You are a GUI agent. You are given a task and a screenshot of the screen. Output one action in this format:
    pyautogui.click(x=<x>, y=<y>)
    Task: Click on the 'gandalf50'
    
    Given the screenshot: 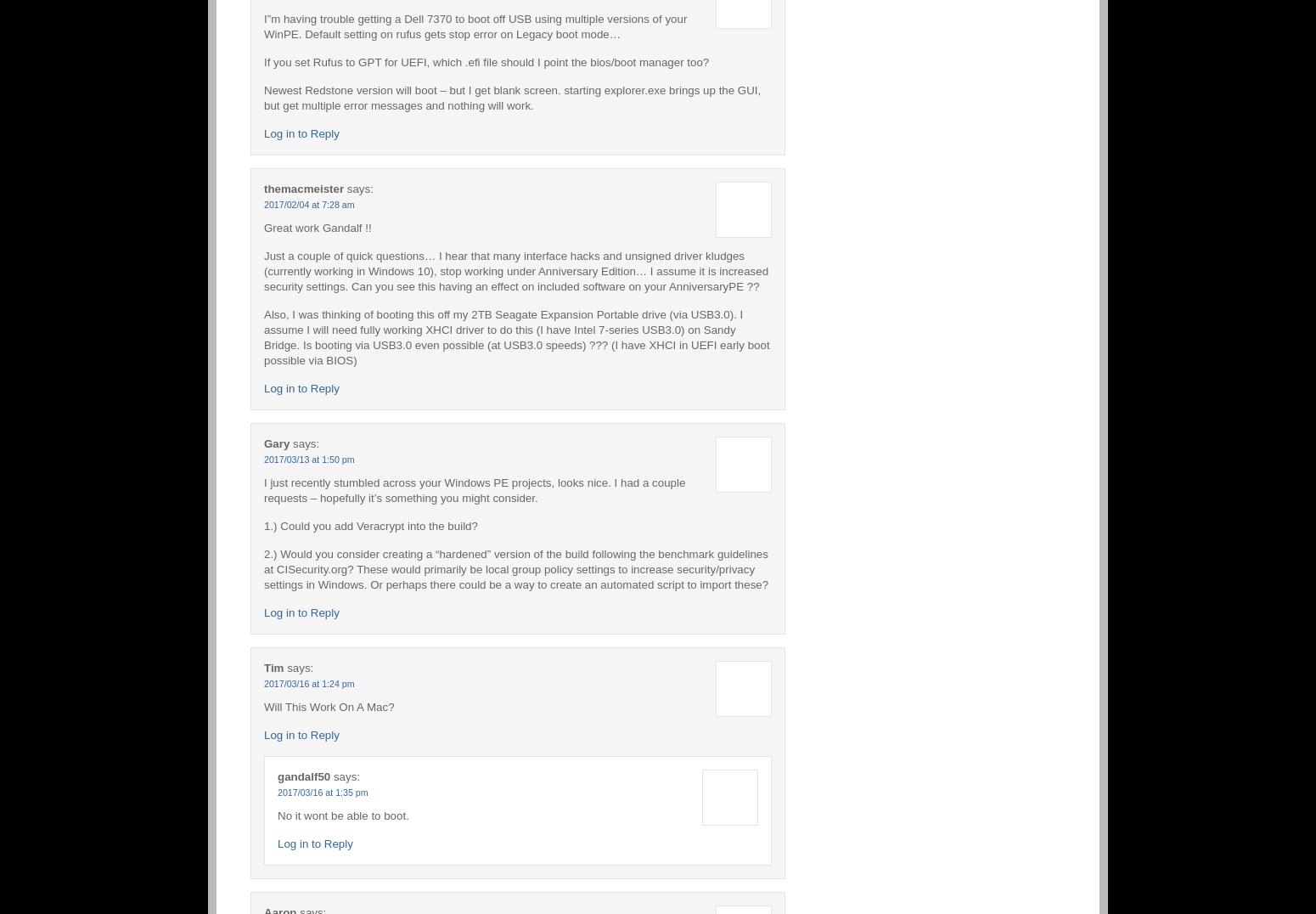 What is the action you would take?
    pyautogui.click(x=303, y=775)
    